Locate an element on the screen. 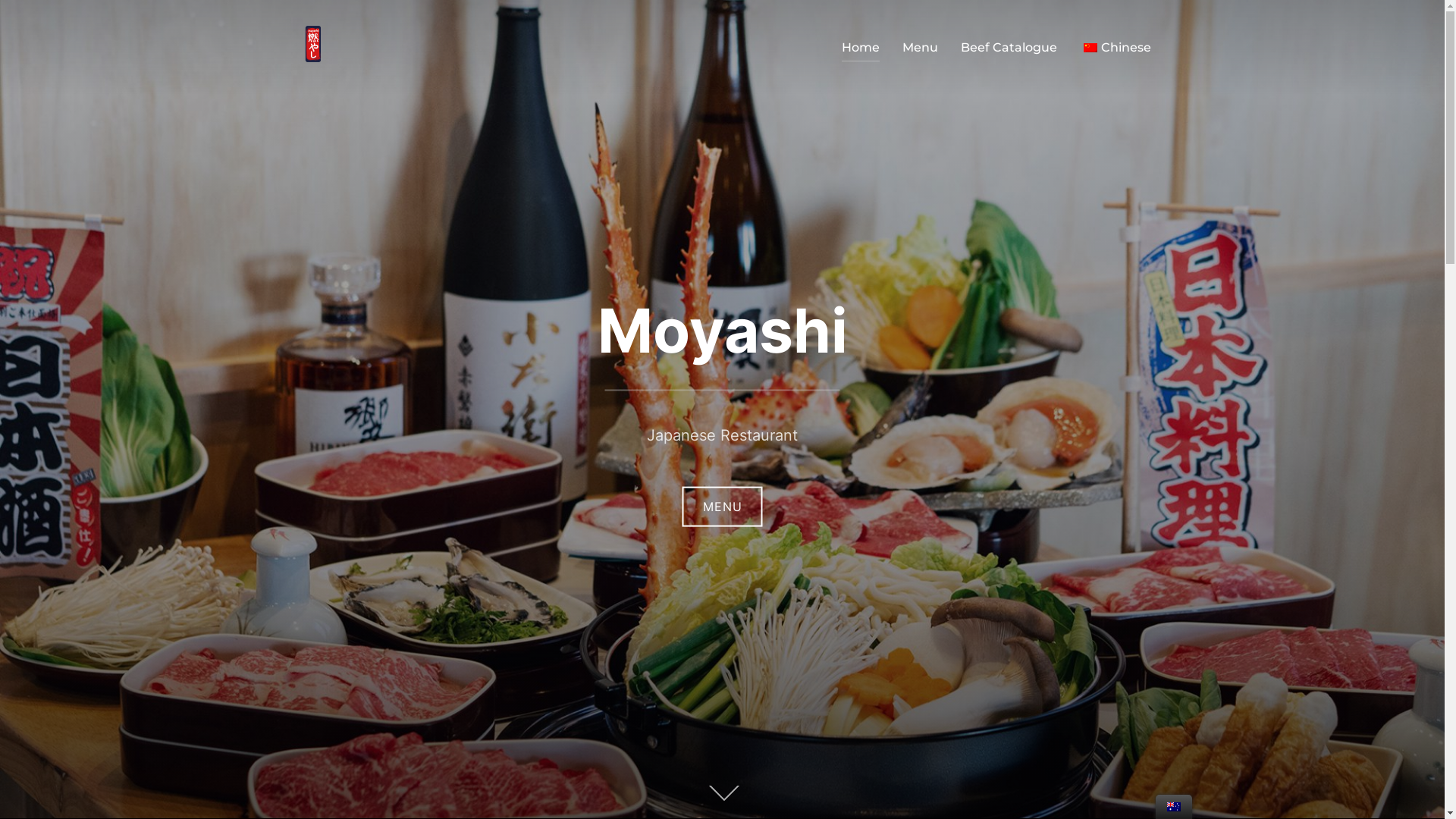  'Menu' is located at coordinates (919, 46).